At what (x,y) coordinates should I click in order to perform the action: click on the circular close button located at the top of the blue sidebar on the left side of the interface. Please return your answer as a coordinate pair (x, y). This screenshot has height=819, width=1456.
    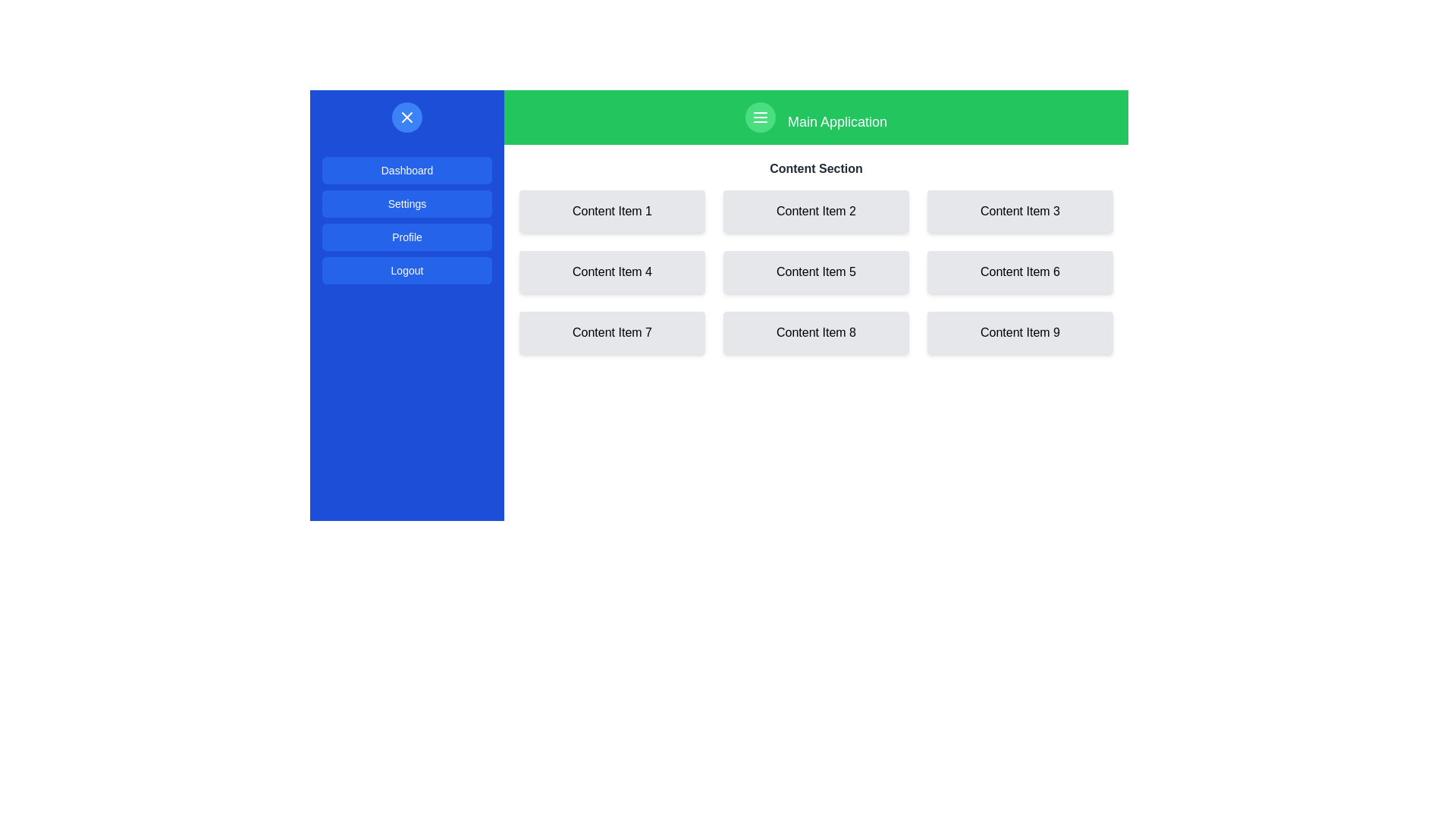
    Looking at the image, I should click on (407, 116).